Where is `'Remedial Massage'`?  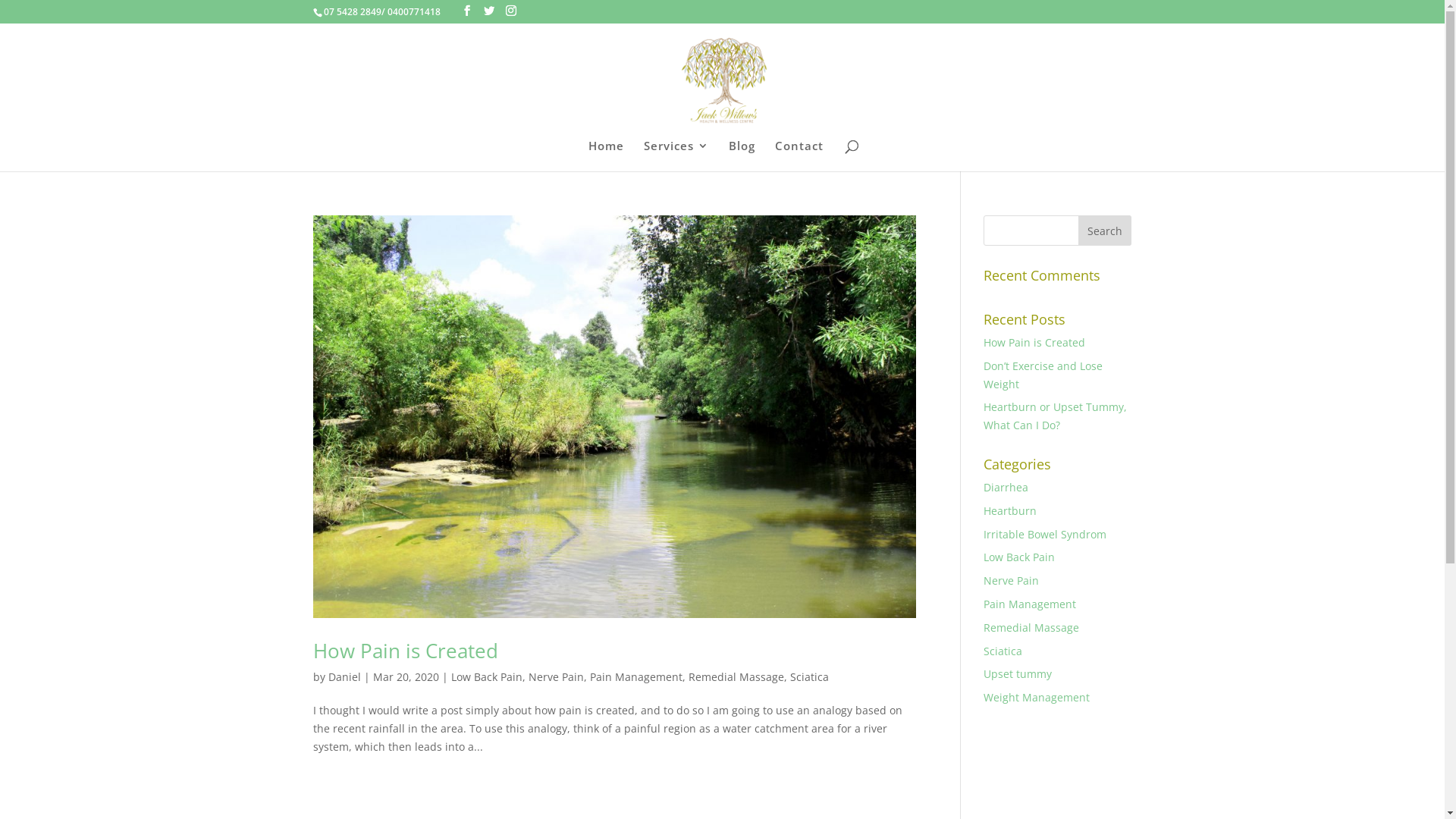
'Remedial Massage' is located at coordinates (983, 627).